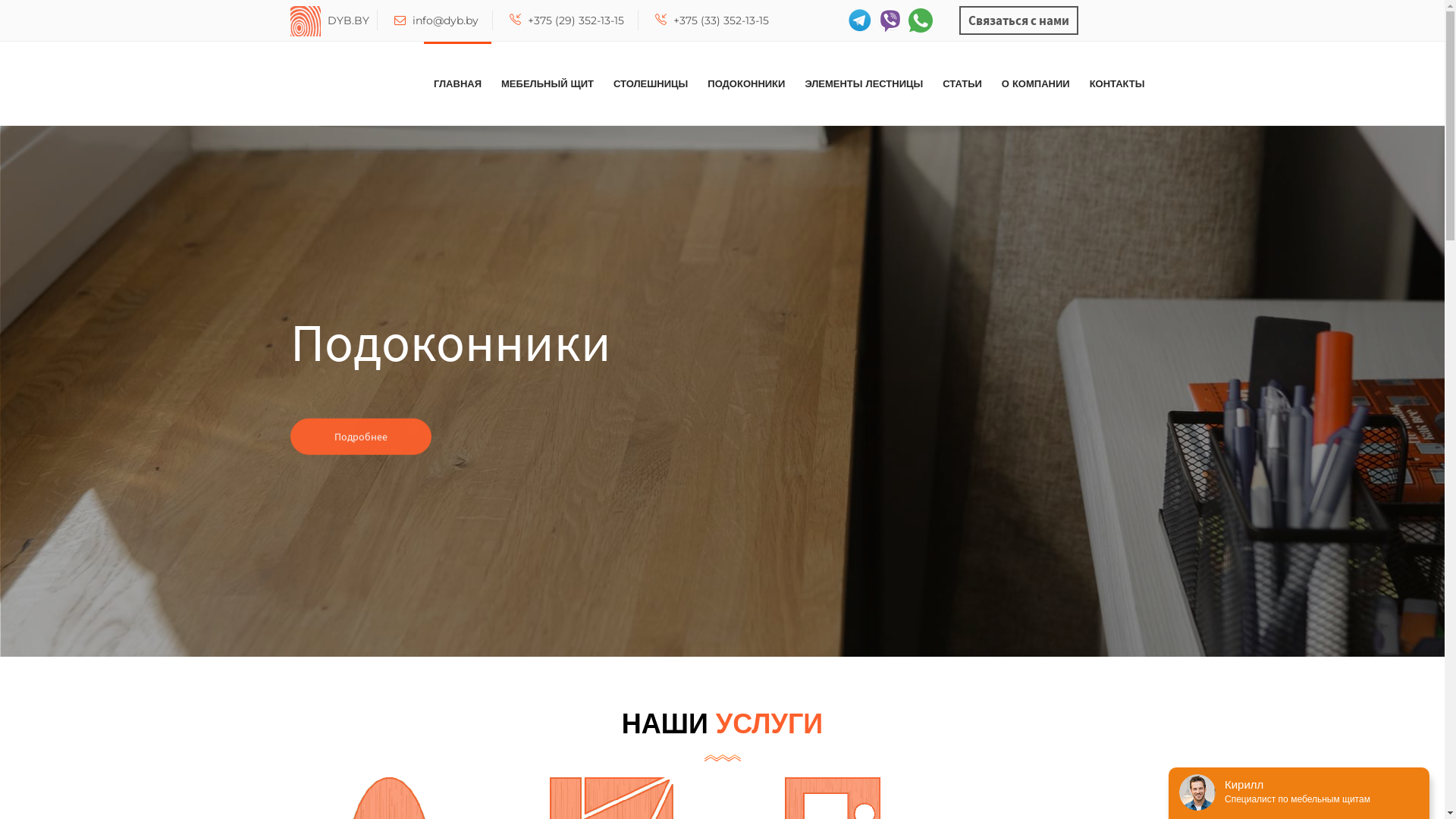  What do you see at coordinates (566, 20) in the screenshot?
I see `'+375 (29) 352-13-15'` at bounding box center [566, 20].